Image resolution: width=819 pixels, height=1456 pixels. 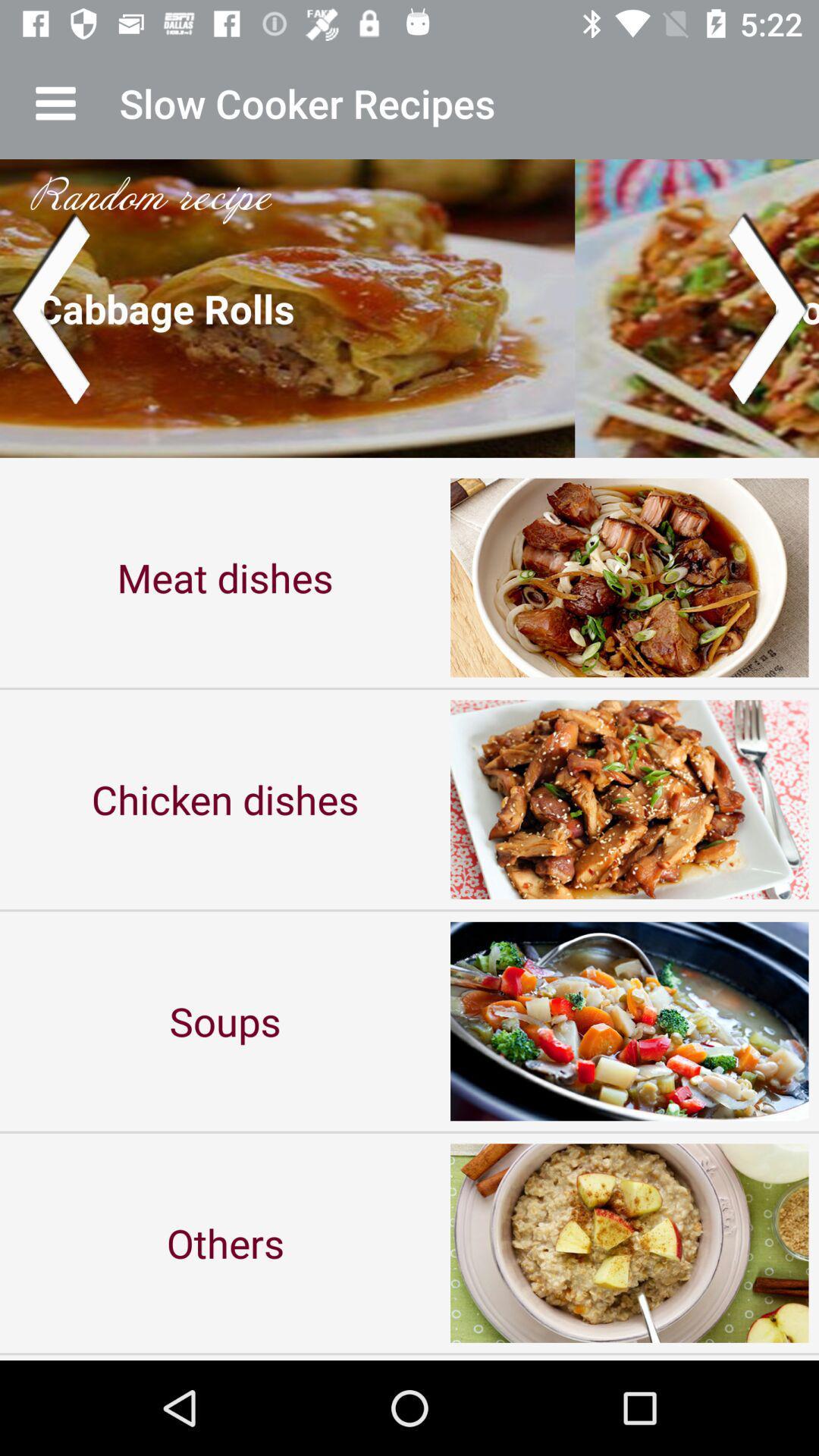 I want to click on the item below the meat dishes icon, so click(x=225, y=799).